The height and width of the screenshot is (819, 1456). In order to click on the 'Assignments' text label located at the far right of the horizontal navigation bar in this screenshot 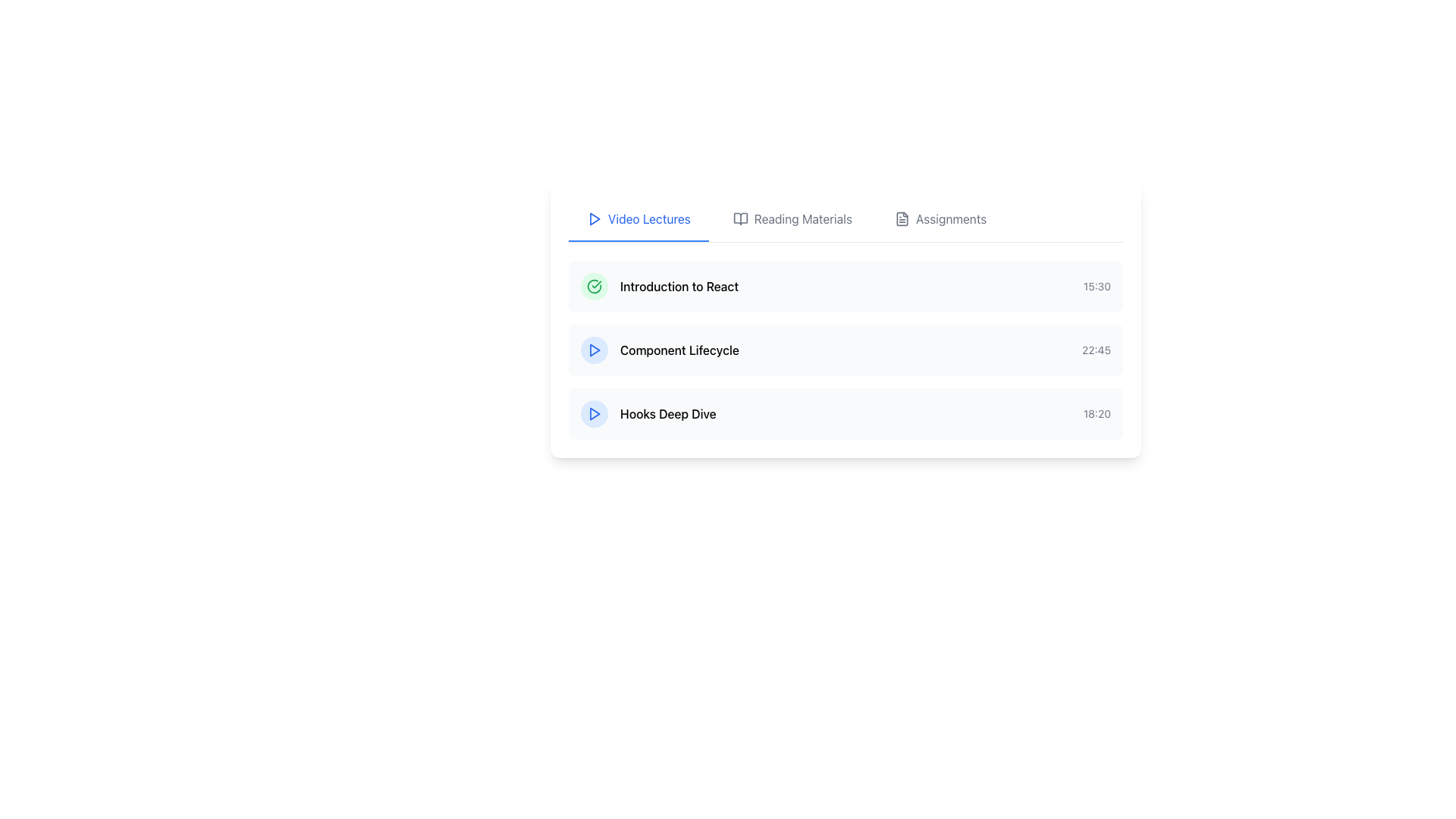, I will do `click(950, 219)`.